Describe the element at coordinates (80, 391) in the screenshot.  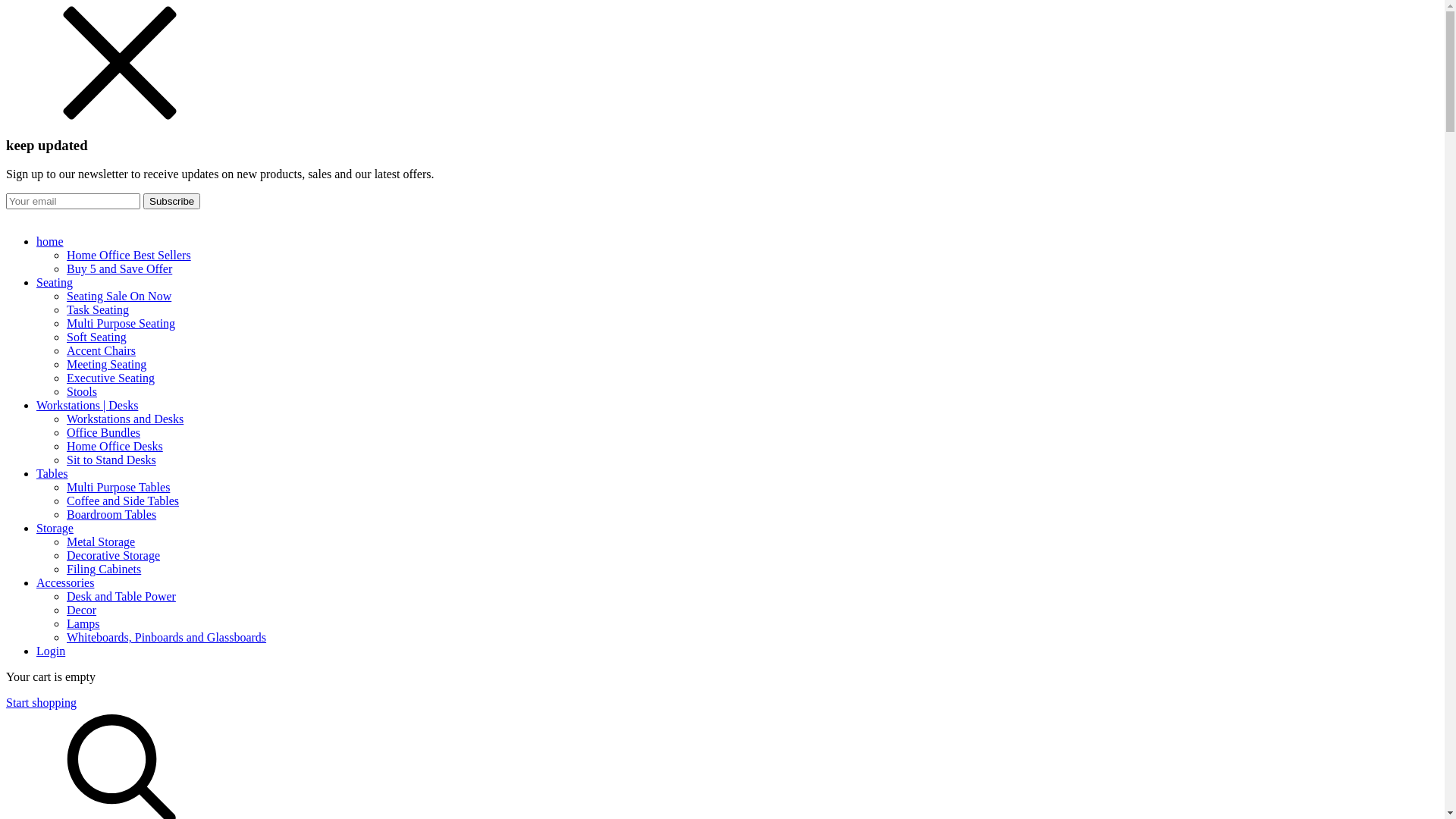
I see `'Stools'` at that location.